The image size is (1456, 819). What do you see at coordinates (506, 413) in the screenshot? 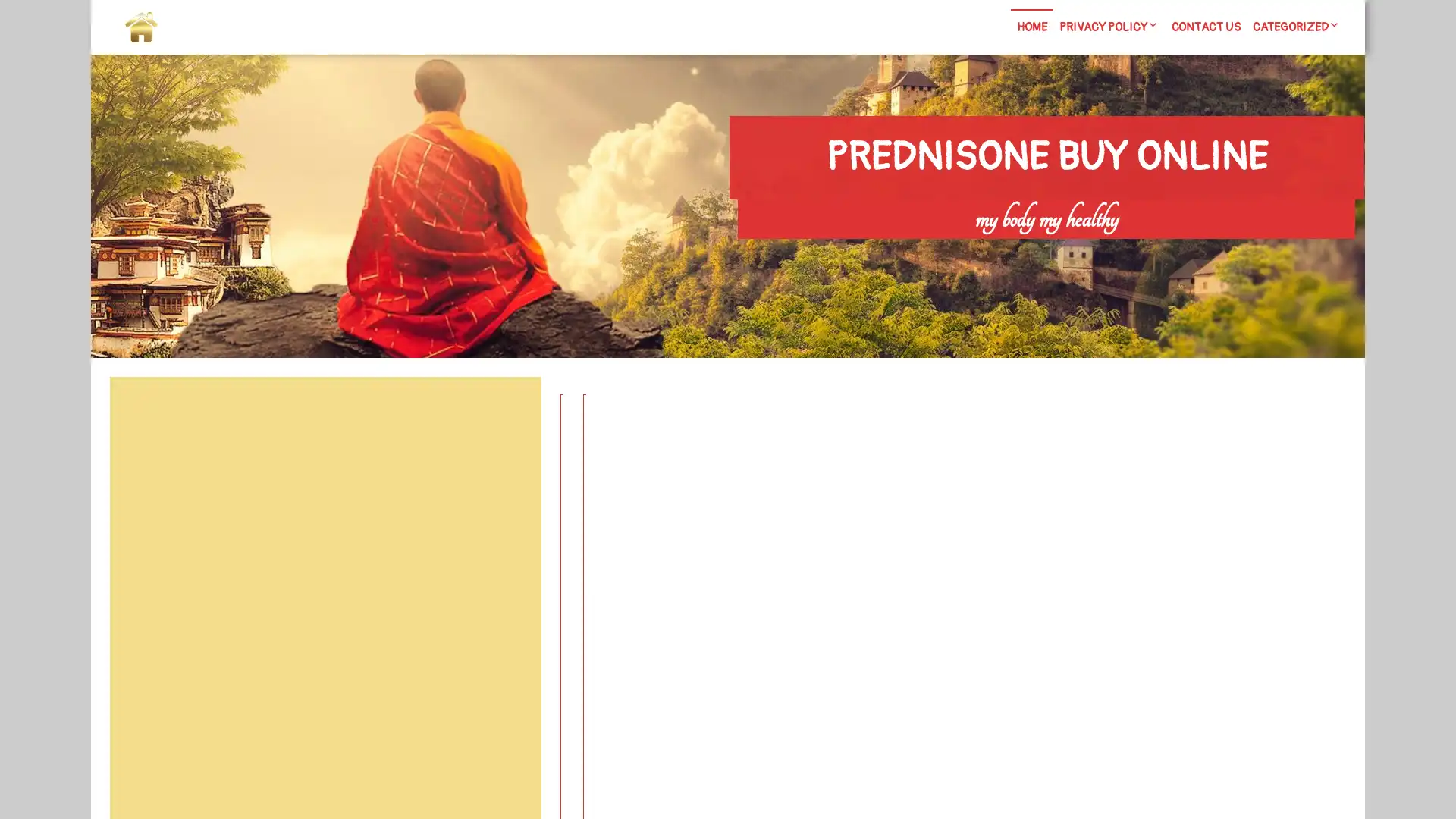
I see `Search` at bounding box center [506, 413].